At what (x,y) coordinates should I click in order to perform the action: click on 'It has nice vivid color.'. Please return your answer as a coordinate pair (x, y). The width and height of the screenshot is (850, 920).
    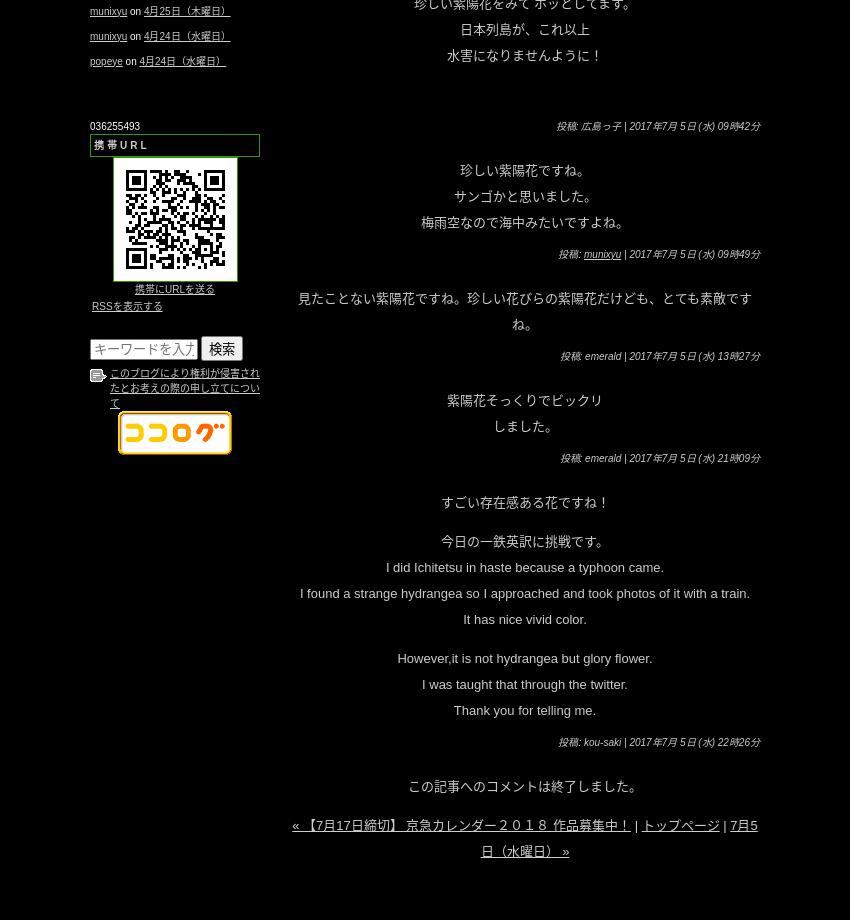
    Looking at the image, I should click on (523, 617).